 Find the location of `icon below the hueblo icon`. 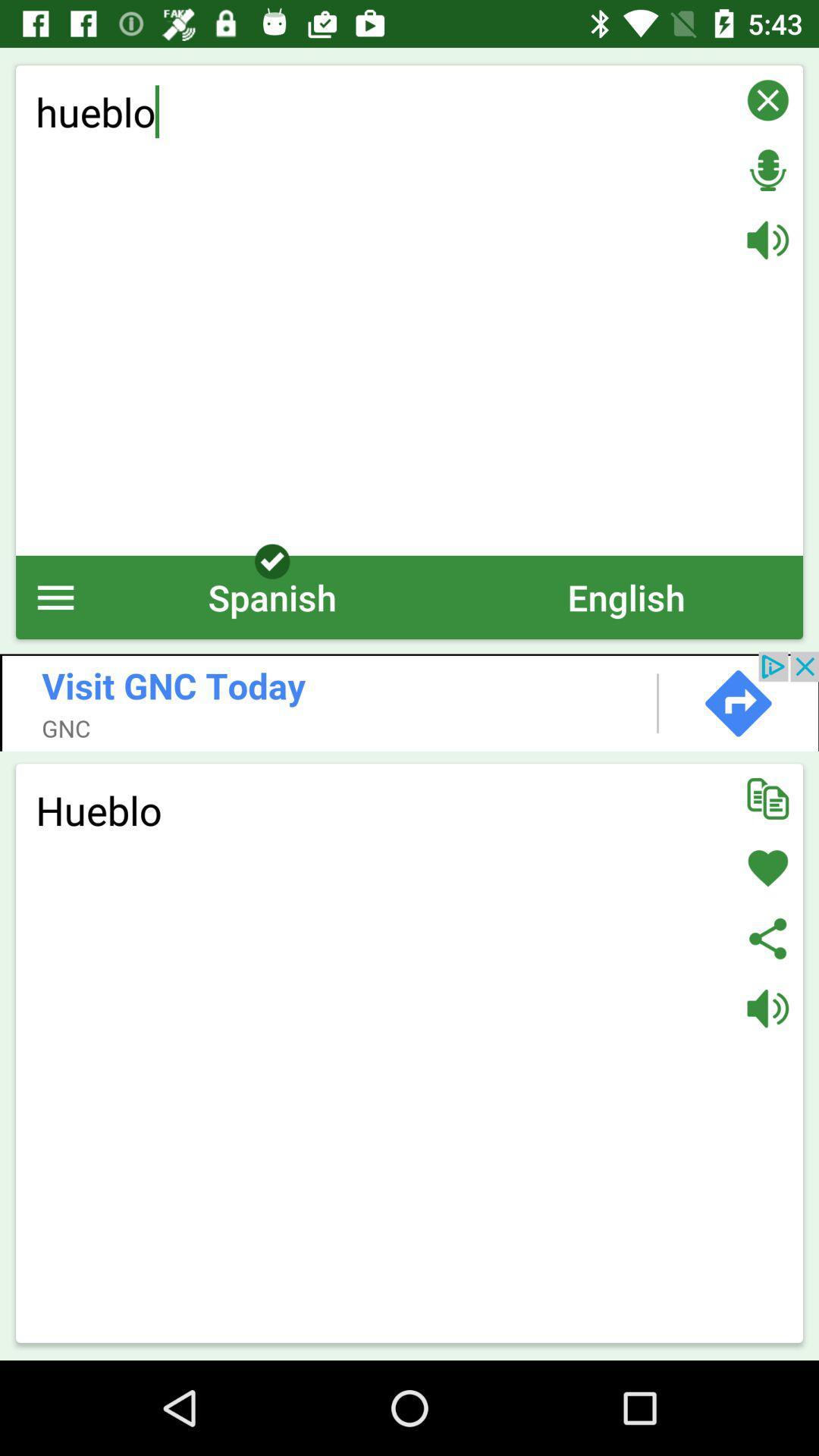

icon below the hueblo icon is located at coordinates (55, 596).